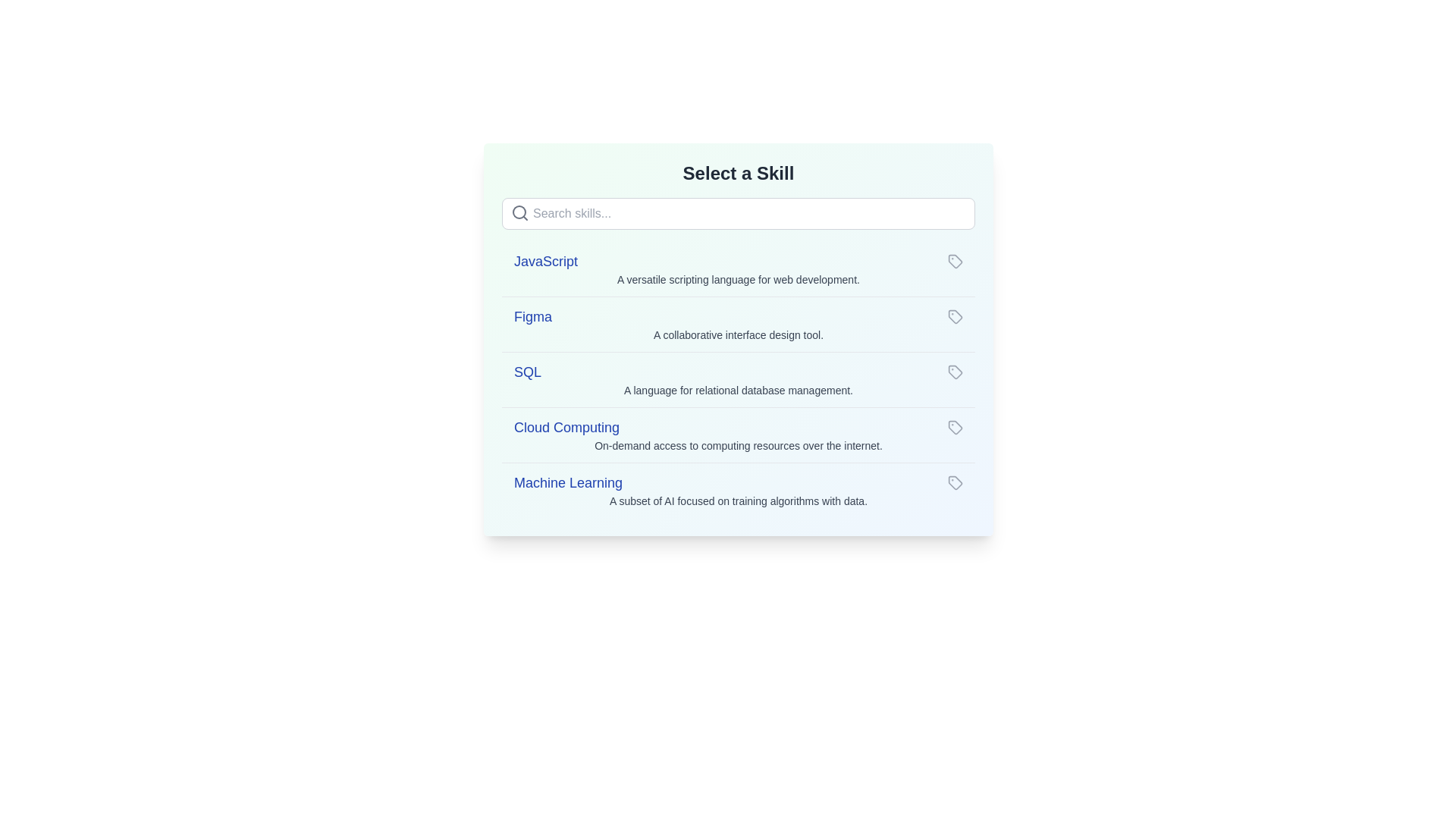 The image size is (1456, 819). I want to click on the informational text label below the 'Machine Learning' title in the options list, so click(739, 500).